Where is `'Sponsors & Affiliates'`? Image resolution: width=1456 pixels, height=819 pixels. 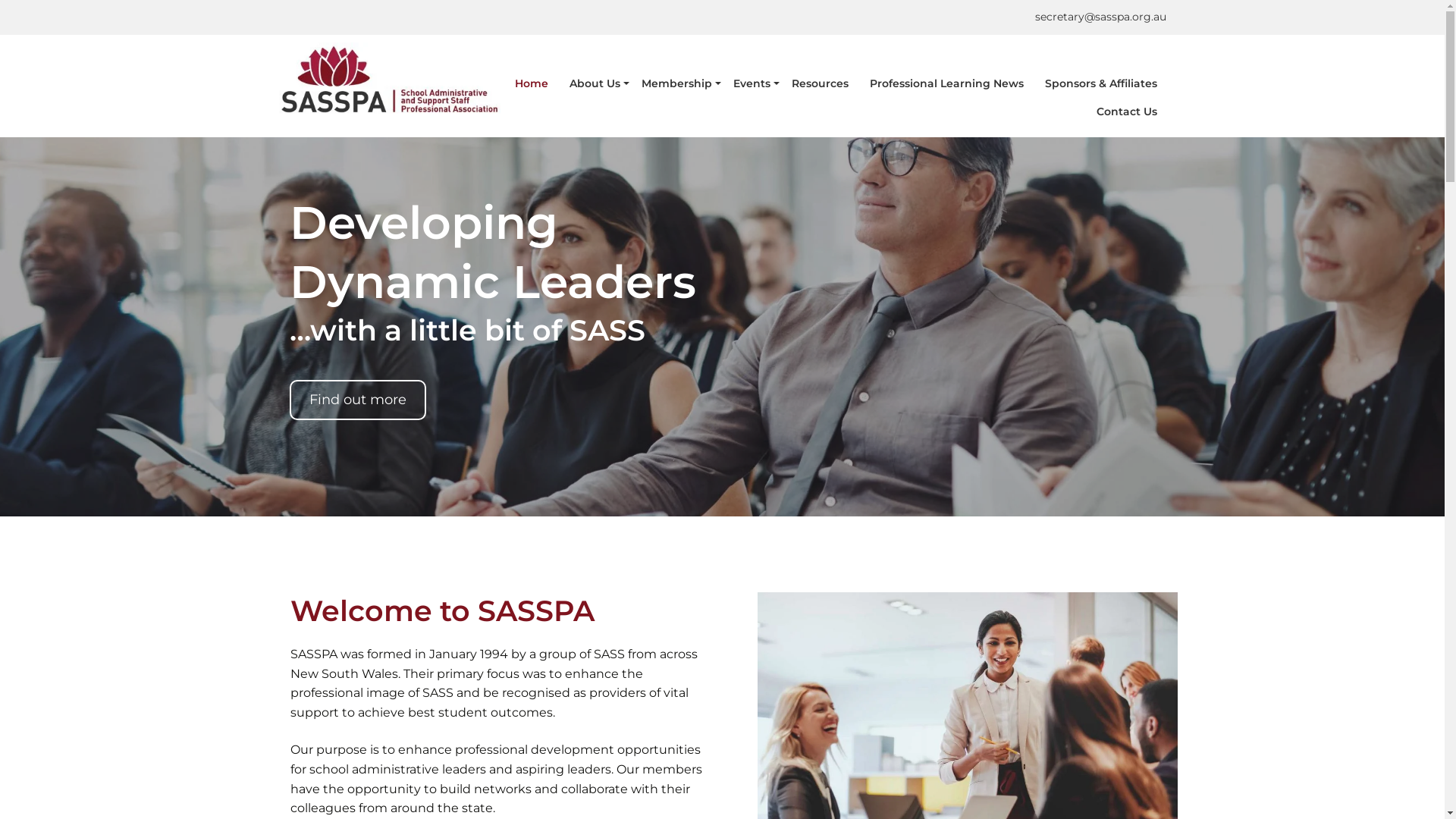
'Sponsors & Affiliates' is located at coordinates (1100, 83).